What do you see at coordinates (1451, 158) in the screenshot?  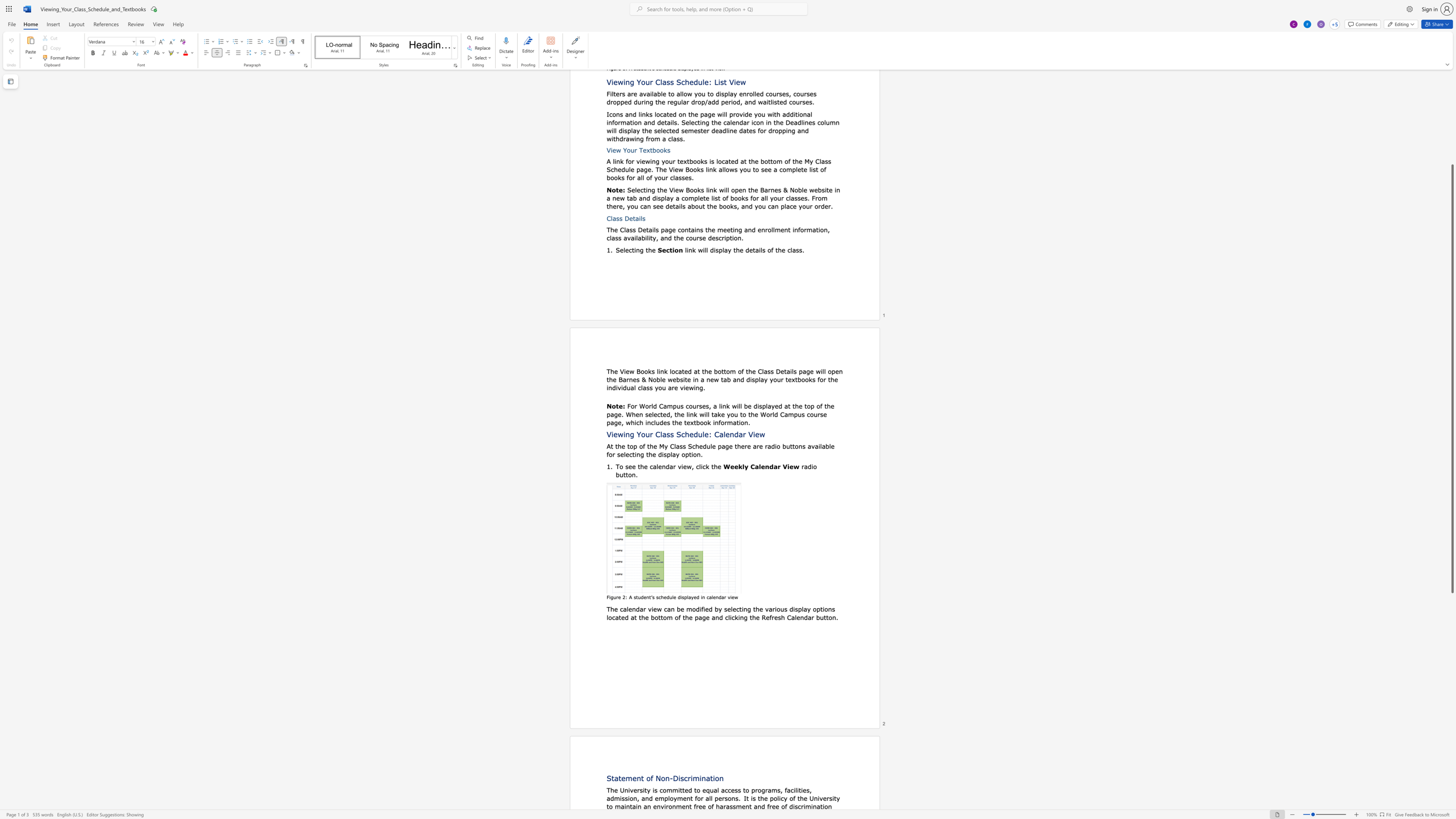 I see `the scrollbar to move the page up` at bounding box center [1451, 158].